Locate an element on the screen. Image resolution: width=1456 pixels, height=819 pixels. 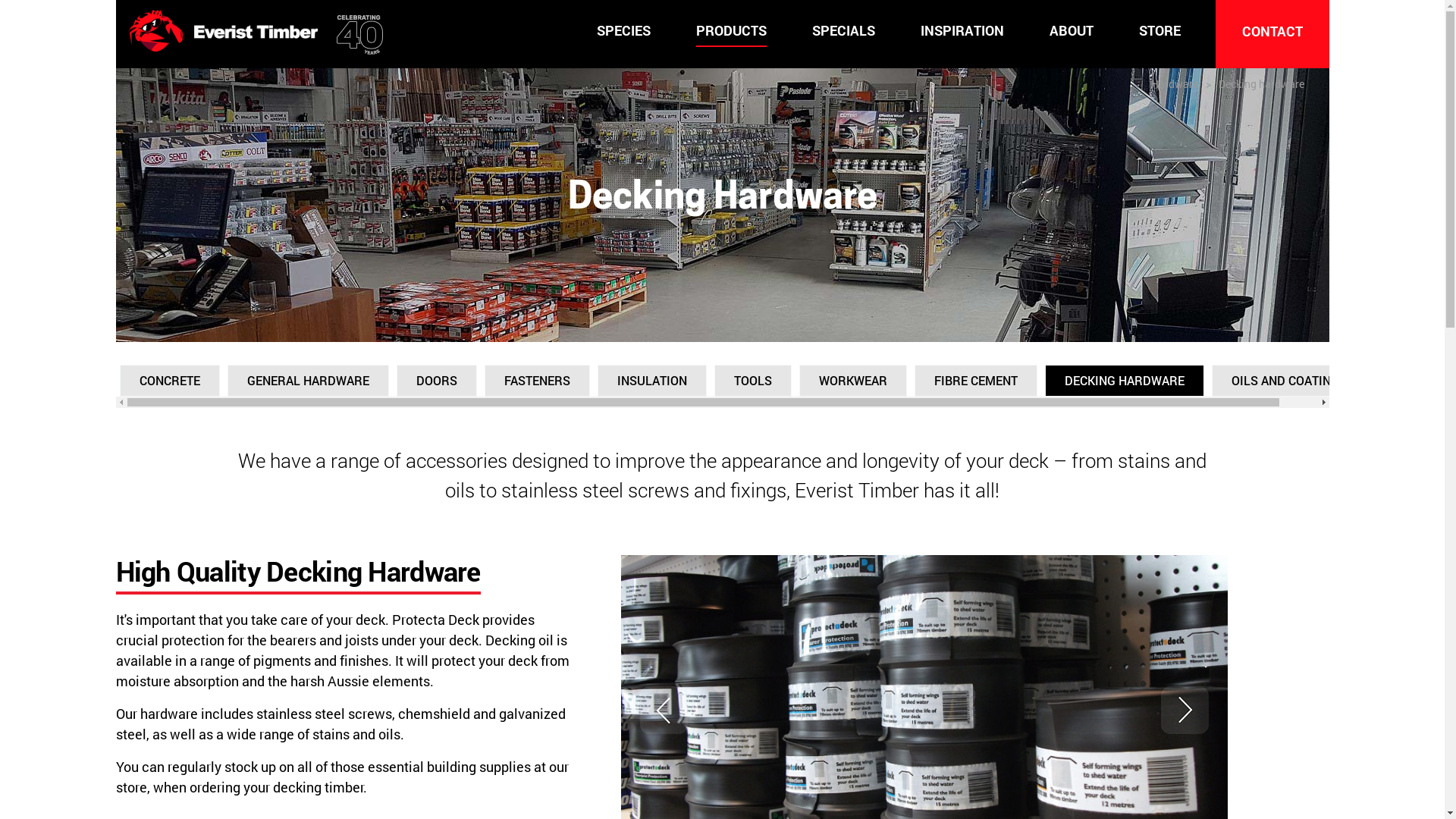
'PRODUCTS' is located at coordinates (695, 31).